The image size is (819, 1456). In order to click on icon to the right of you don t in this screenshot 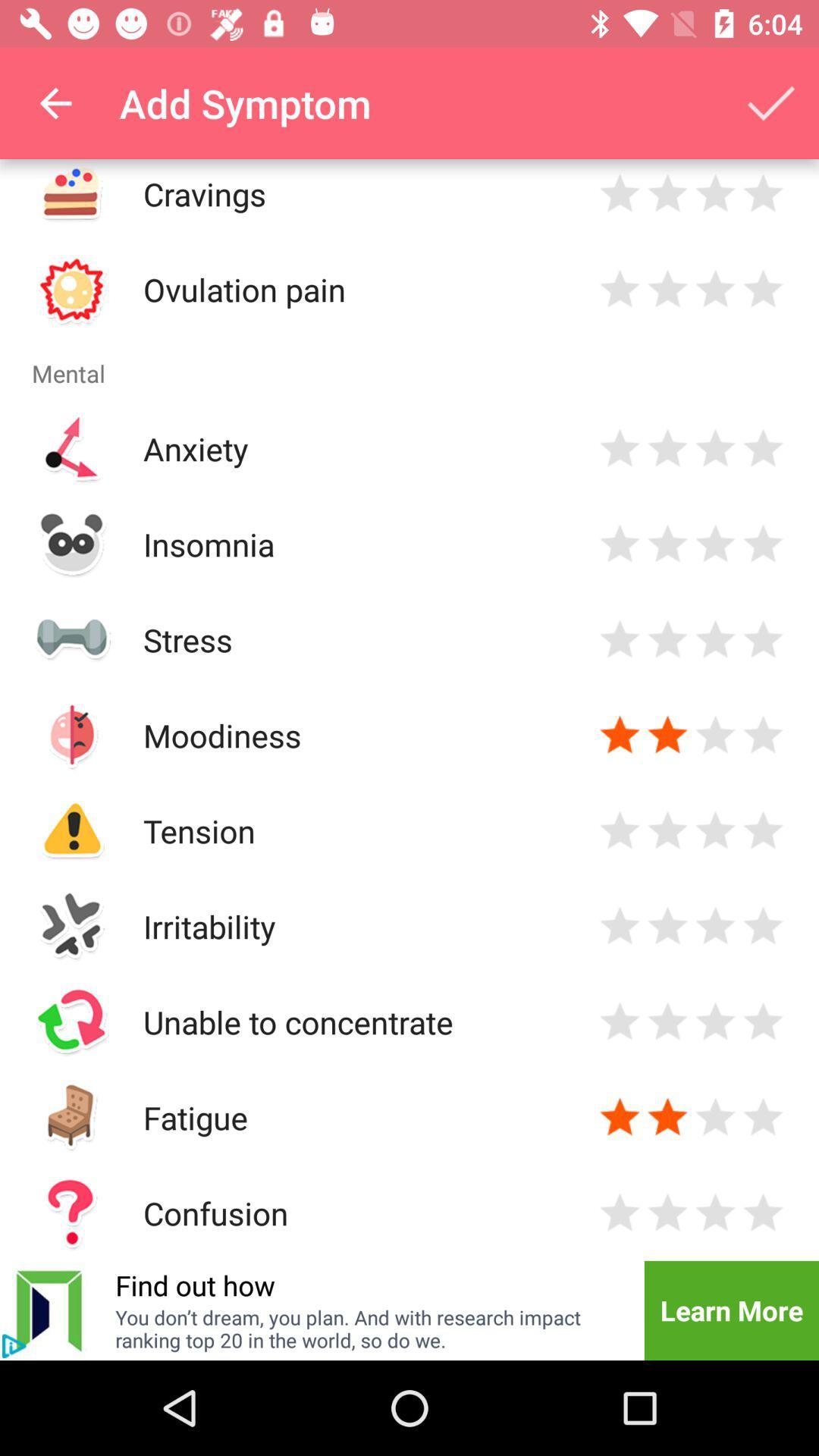, I will do `click(730, 1310)`.